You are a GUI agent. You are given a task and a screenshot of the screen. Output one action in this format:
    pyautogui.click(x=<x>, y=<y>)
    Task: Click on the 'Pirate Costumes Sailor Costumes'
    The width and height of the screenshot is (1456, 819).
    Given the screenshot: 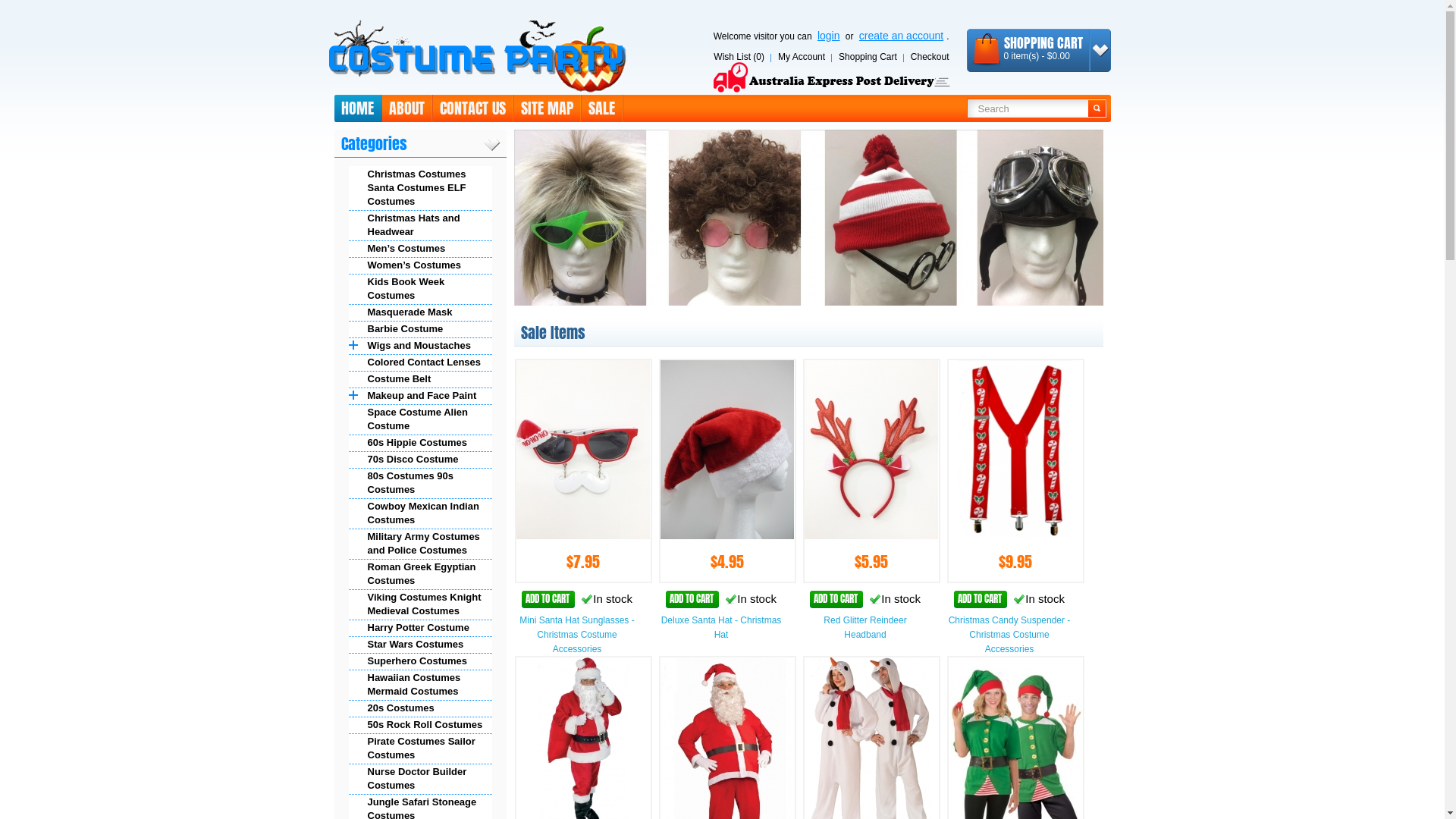 What is the action you would take?
    pyautogui.click(x=348, y=748)
    